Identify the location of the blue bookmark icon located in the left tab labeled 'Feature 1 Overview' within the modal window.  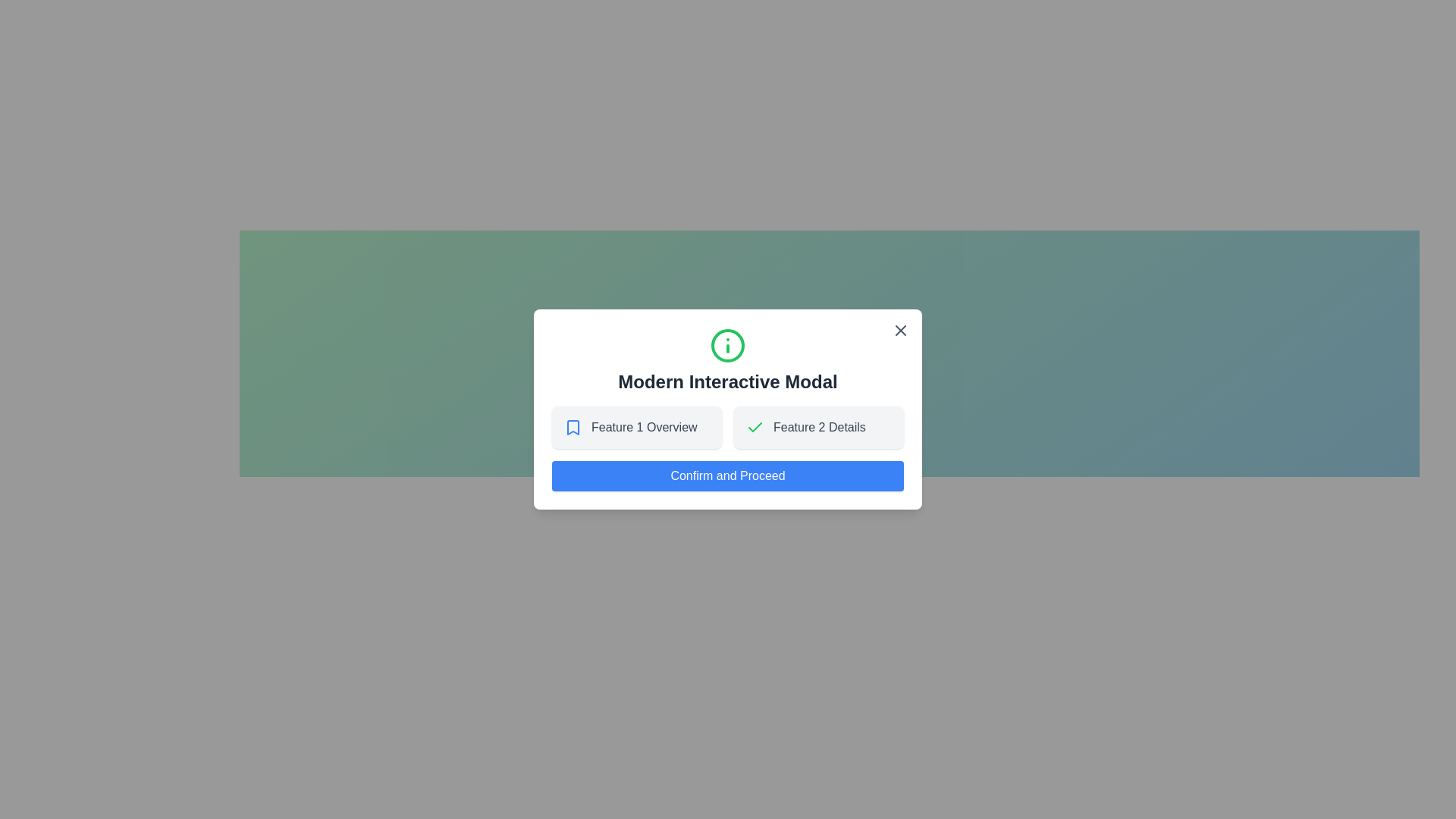
(572, 427).